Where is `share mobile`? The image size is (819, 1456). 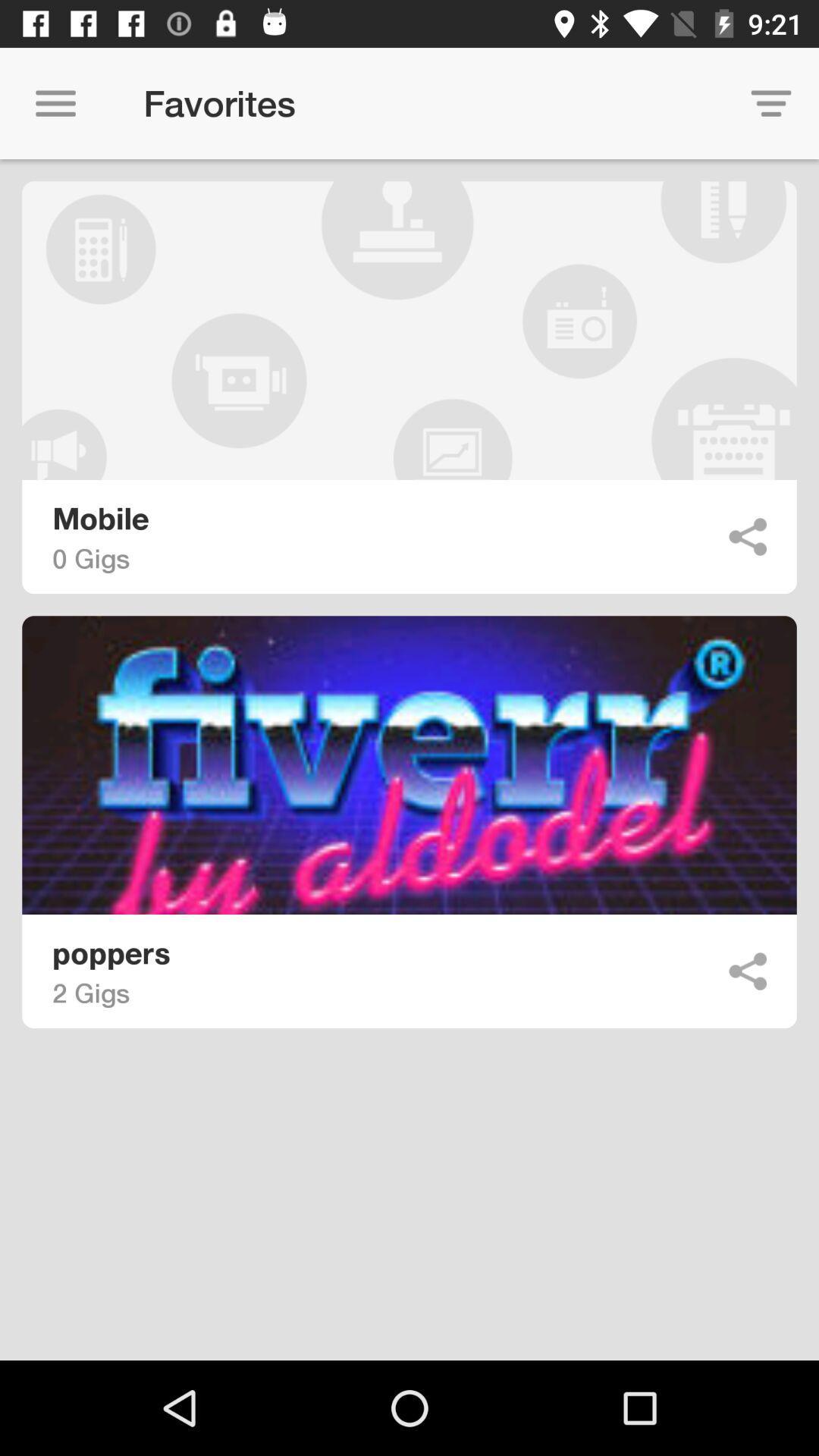 share mobile is located at coordinates (747, 537).